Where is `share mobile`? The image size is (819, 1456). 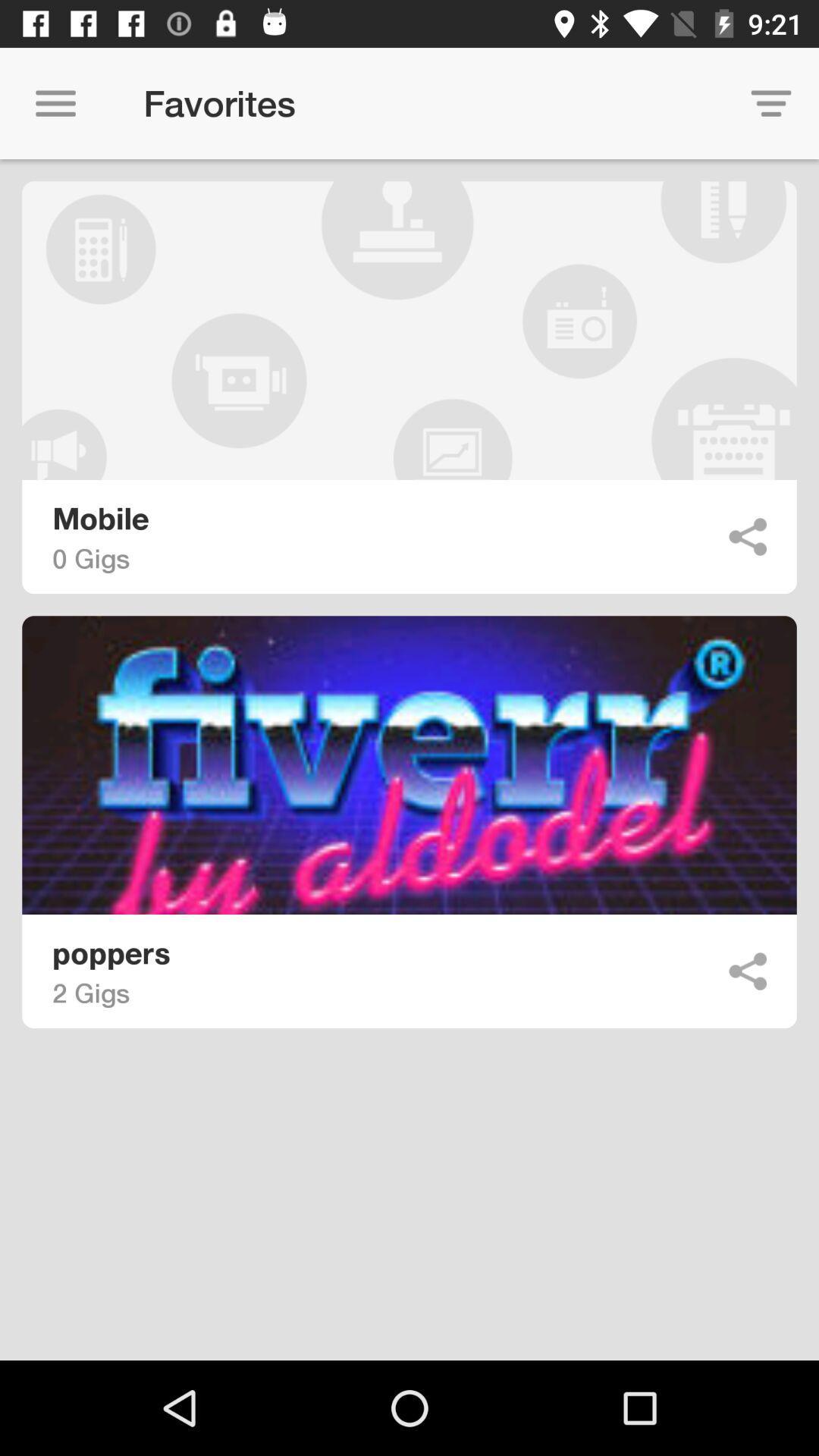 share mobile is located at coordinates (747, 537).